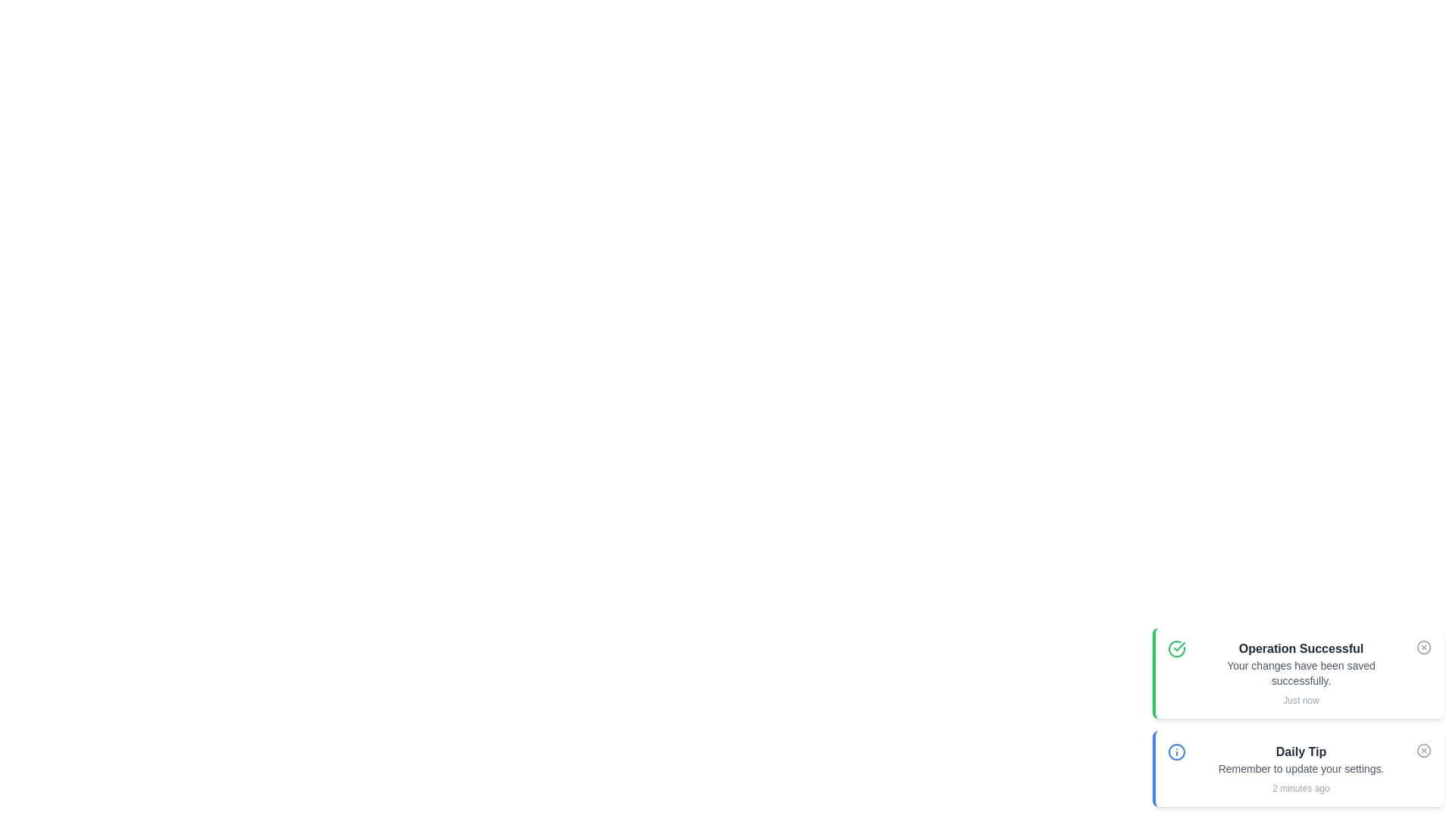  What do you see at coordinates (1423, 647) in the screenshot?
I see `the circular outline in the top-right corner of the notification card's icon` at bounding box center [1423, 647].